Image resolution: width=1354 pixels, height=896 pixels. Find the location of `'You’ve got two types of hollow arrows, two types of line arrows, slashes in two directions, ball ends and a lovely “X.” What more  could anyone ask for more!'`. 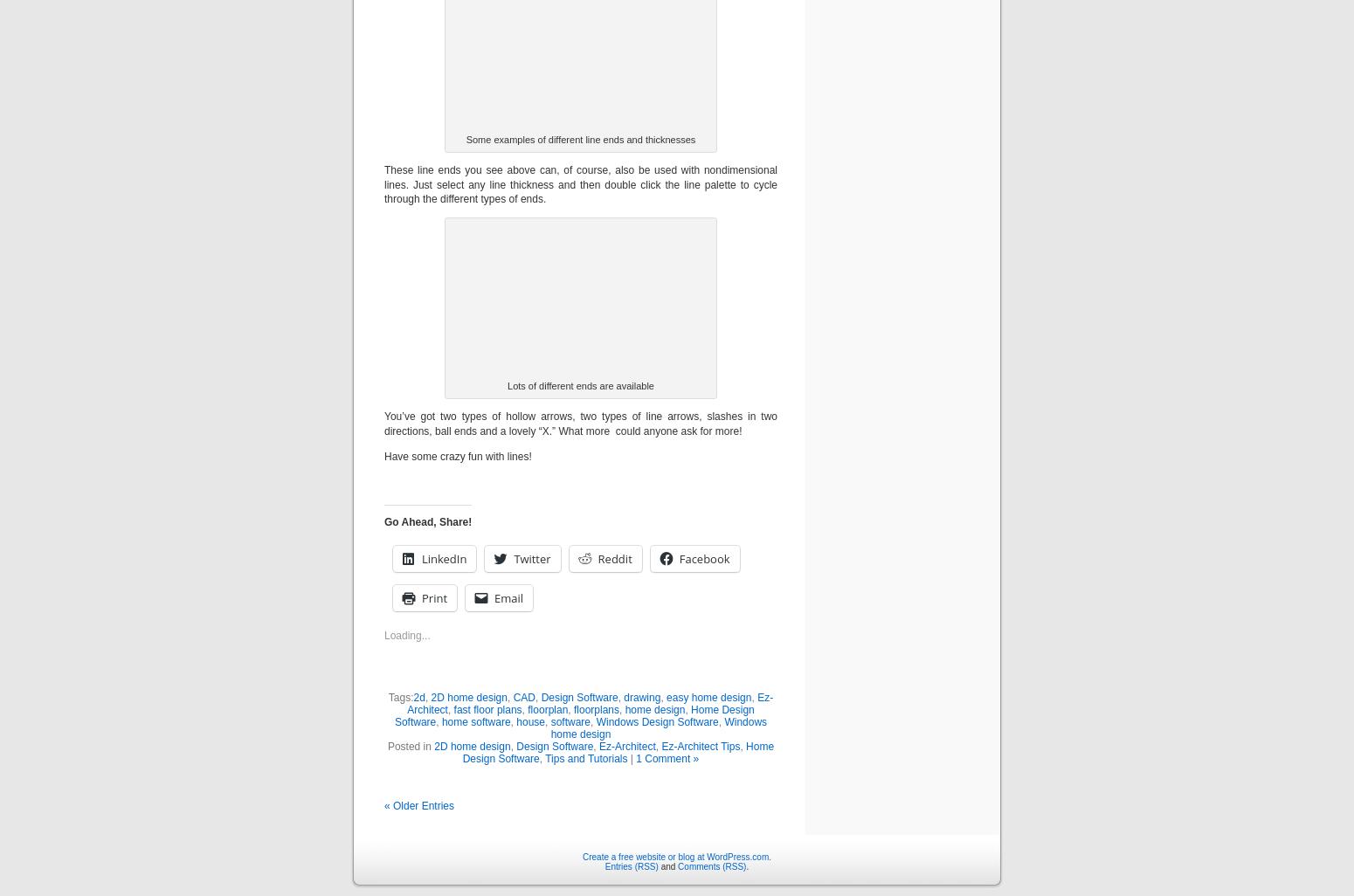

'You’ve got two types of hollow arrows, two types of line arrows, slashes in two directions, ball ends and a lovely “X.” What more  could anyone ask for more!' is located at coordinates (579, 423).